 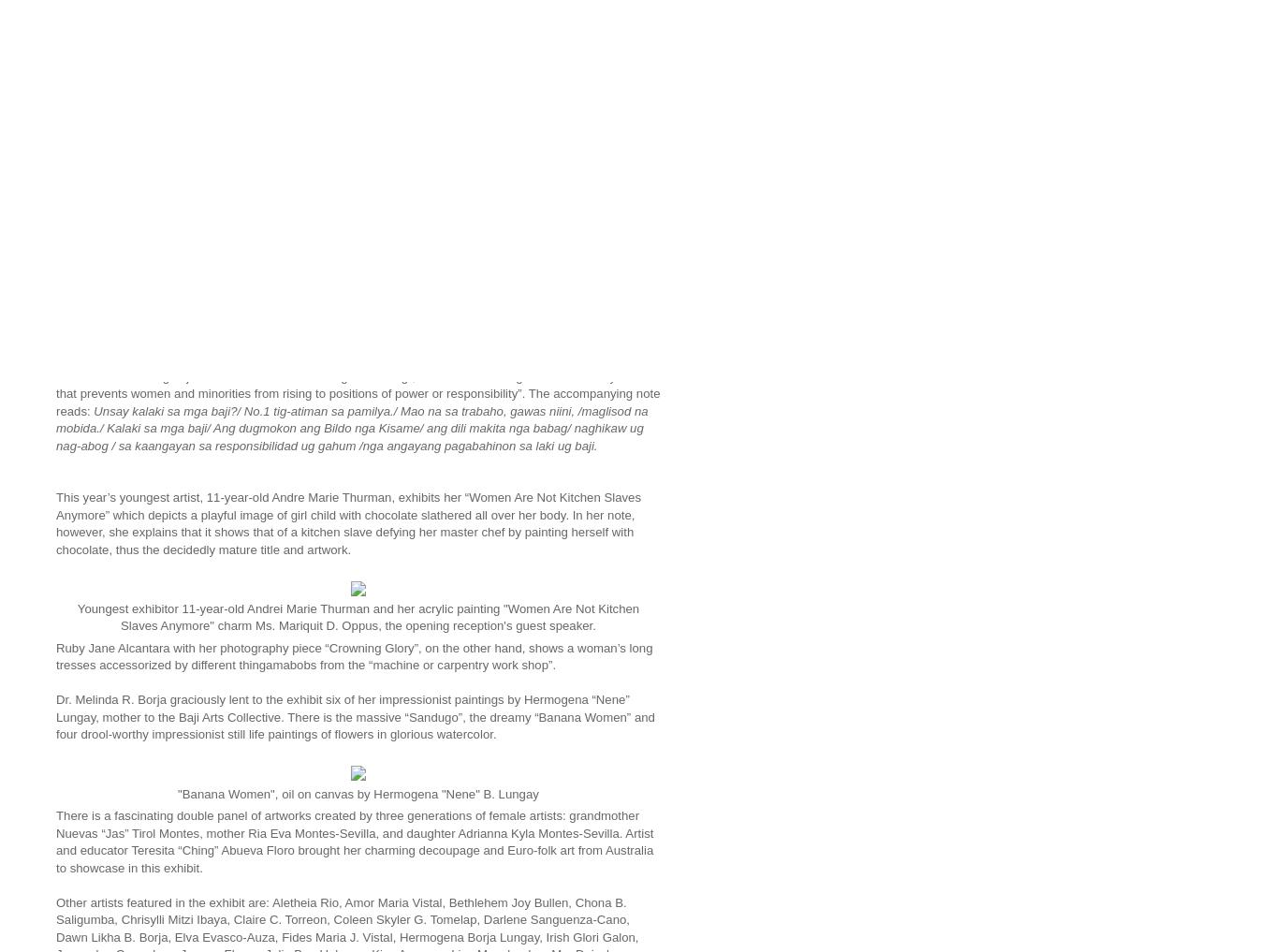 I want to click on 'Ruby Jane Alcantara with her photography piece “Crowning Glory”, on the other hand, shows a woman’s long tresses accessorized by different thingamabobs from the “machine or carpentry work shop”.', so click(x=354, y=655).